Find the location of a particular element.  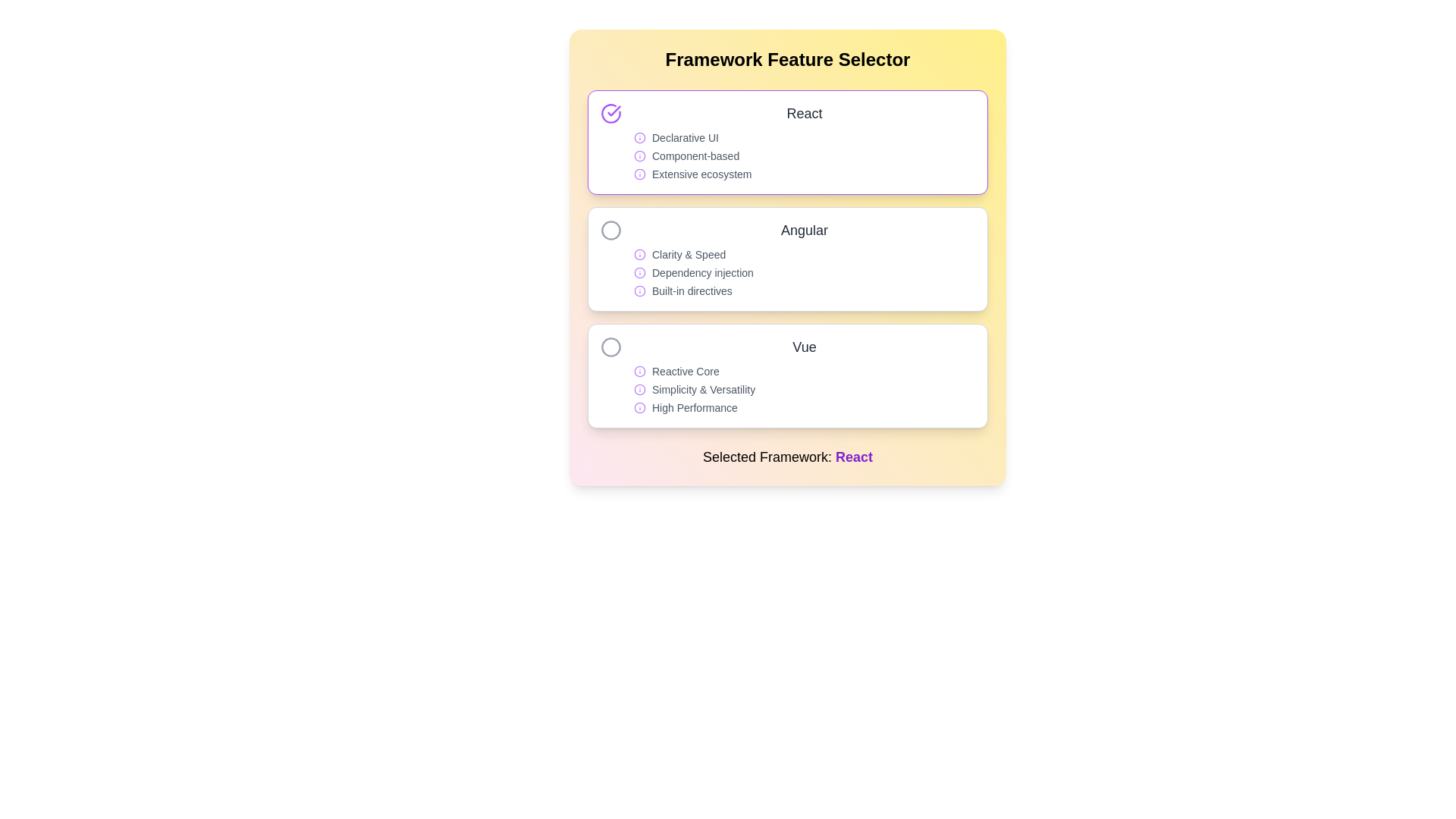

the text label that displays 'Selected Framework: React', which is located at the bottom of the selection interface and highlighted in purple is located at coordinates (787, 456).